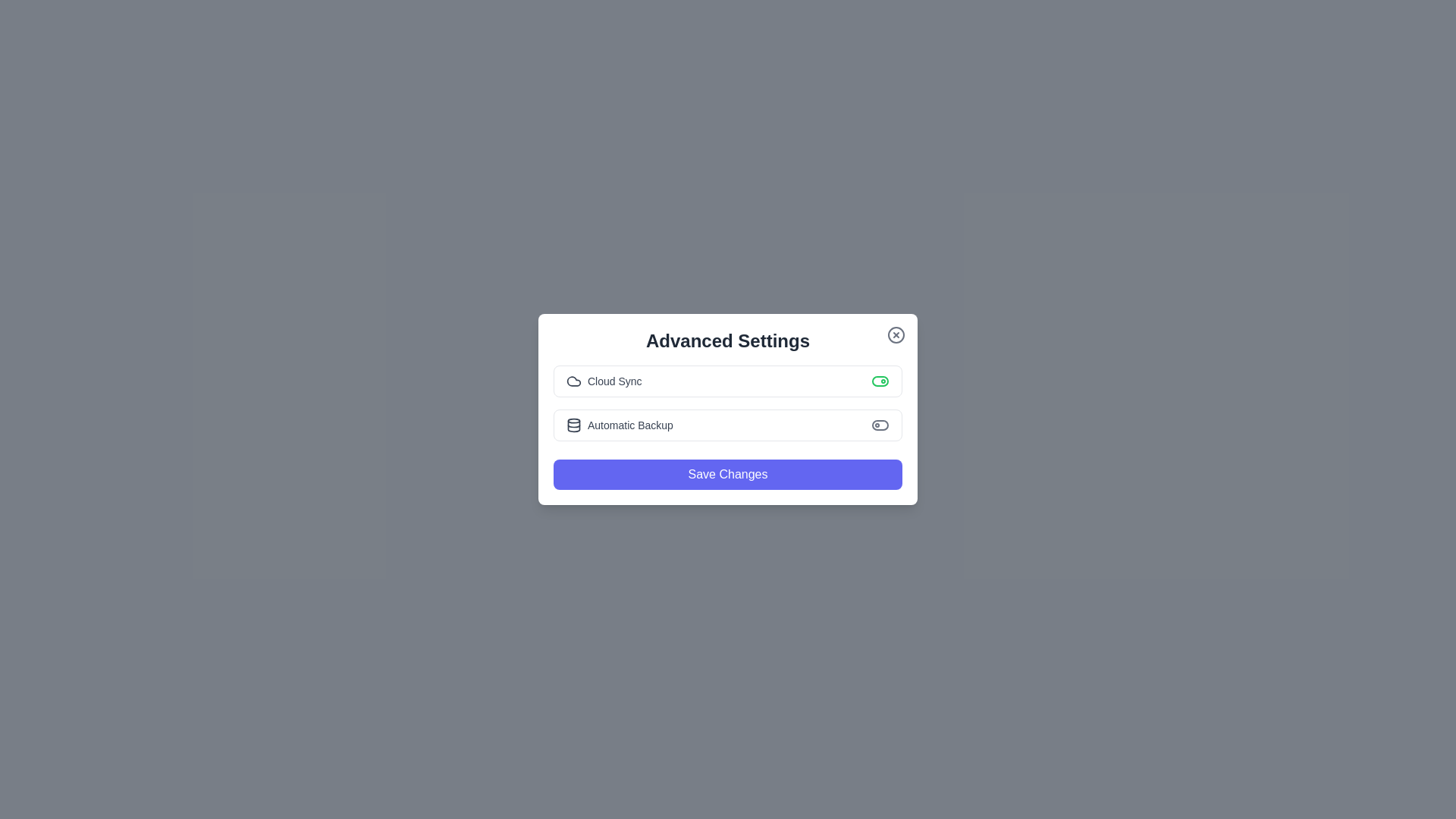 The image size is (1456, 819). Describe the element at coordinates (603, 380) in the screenshot. I see `the information represented by the Text label related to cloud synchronization, located at the top of the Advanced Settings section in the settings panel` at that location.